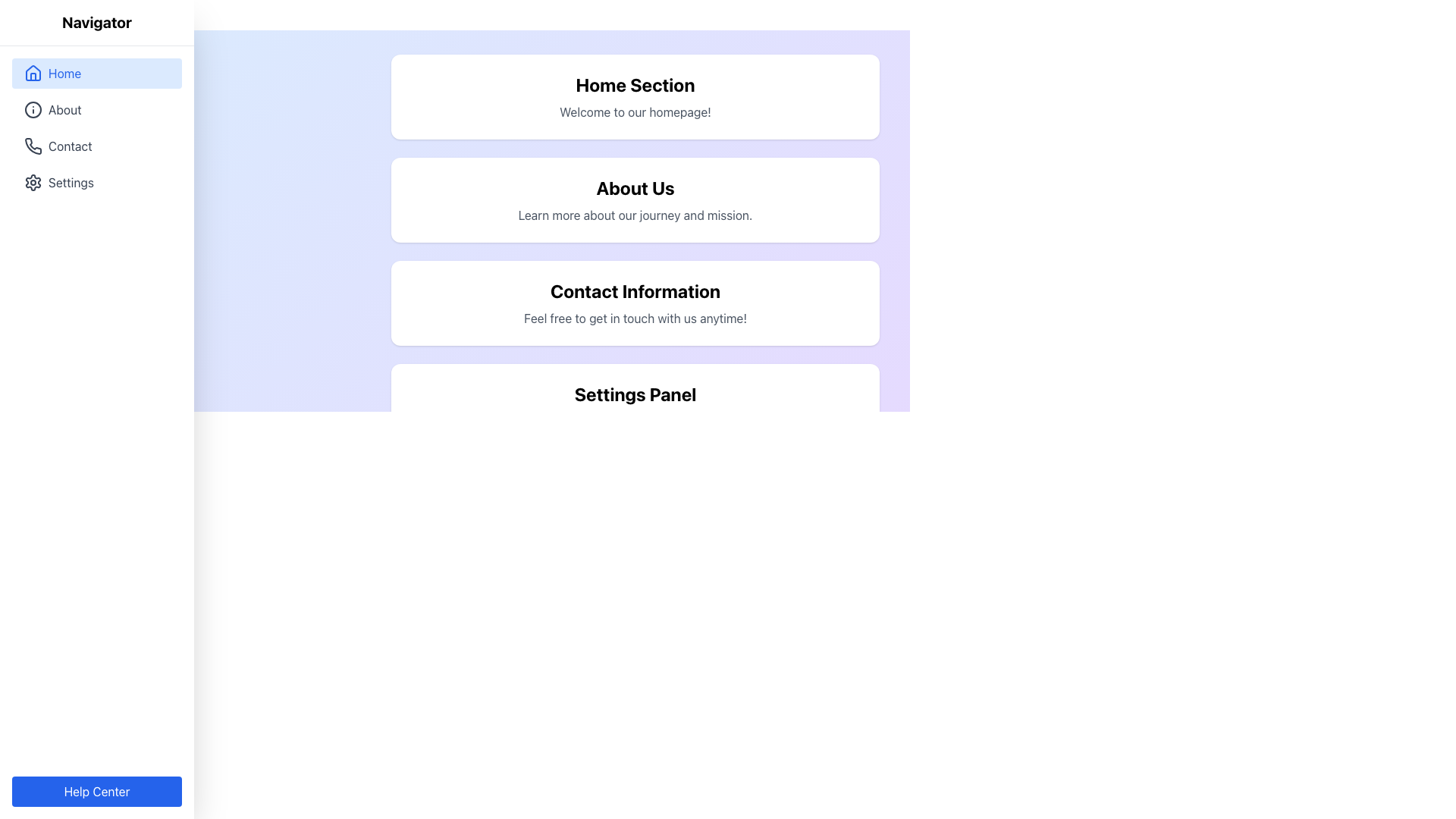 The height and width of the screenshot is (819, 1456). What do you see at coordinates (635, 318) in the screenshot?
I see `the static text displaying 'Feel free to get in touch with us anytime!' which is located under the 'Contact Information' heading` at bounding box center [635, 318].